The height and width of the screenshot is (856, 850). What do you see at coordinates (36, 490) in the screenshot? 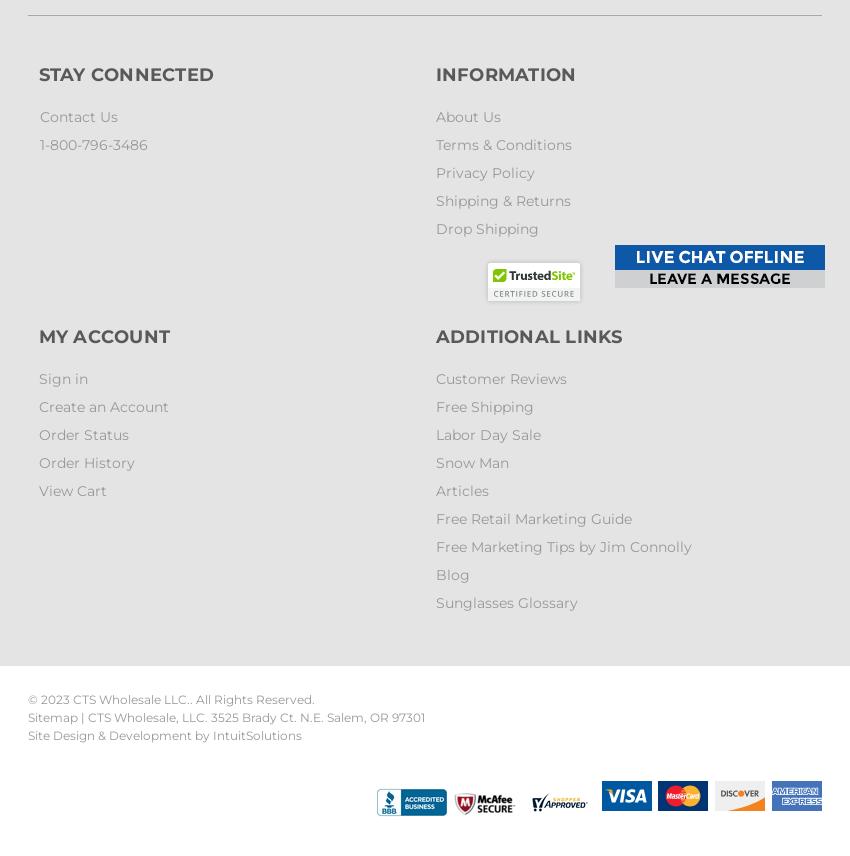
I see `'View Cart'` at bounding box center [36, 490].